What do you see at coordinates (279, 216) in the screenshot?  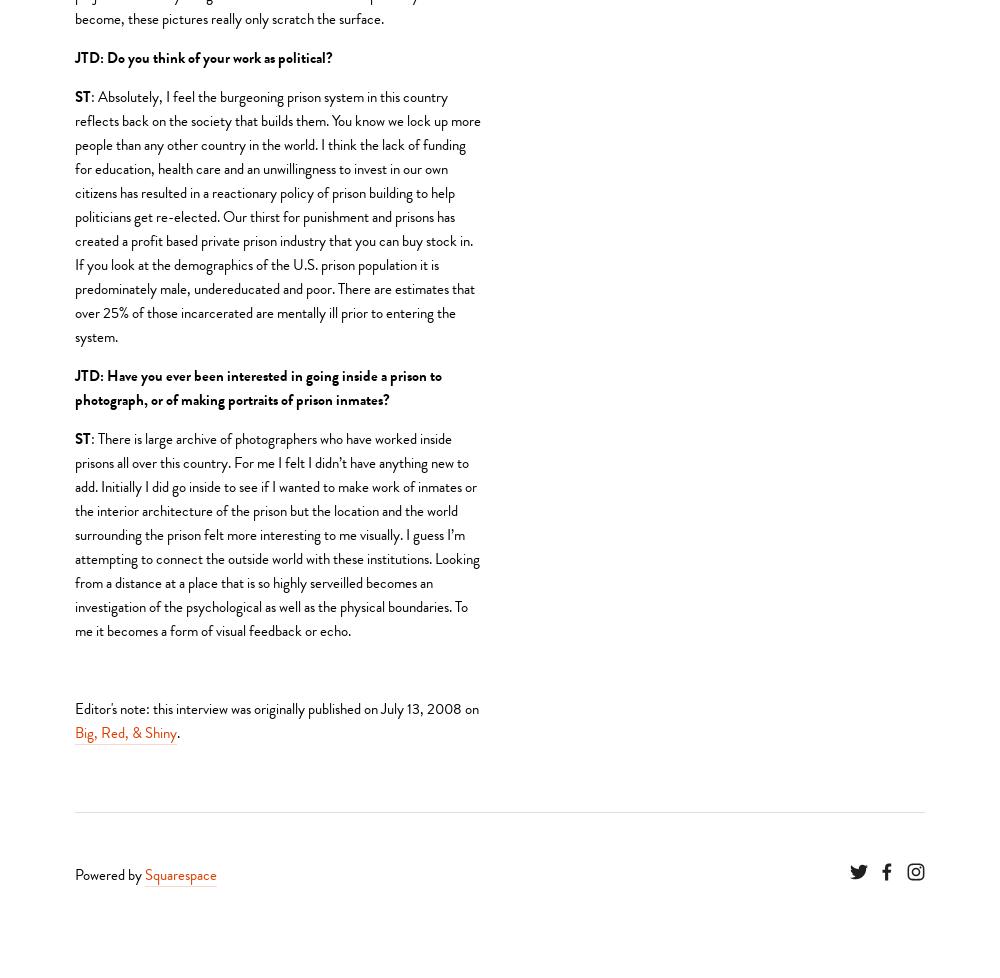 I see `': Absolutely, I feel the burgeoning prison system in this country reflects back on the society that builds them. You know we lock up more people than any other country in the world. I think the lack of funding for education, health care and an unwillingness to invest in our own citizens has resulted in a reactionary policy of prison building to help politicians get re-elected. Our thirst for punishment and prisons has created a profit based private prison industry that you can buy stock in. If you look at the demographics of the U.S. prison population it is predominately male, undereducated and poor. There are estimates that over 25% of those incarcerated are mentally ill prior to entering the system.'` at bounding box center [279, 216].